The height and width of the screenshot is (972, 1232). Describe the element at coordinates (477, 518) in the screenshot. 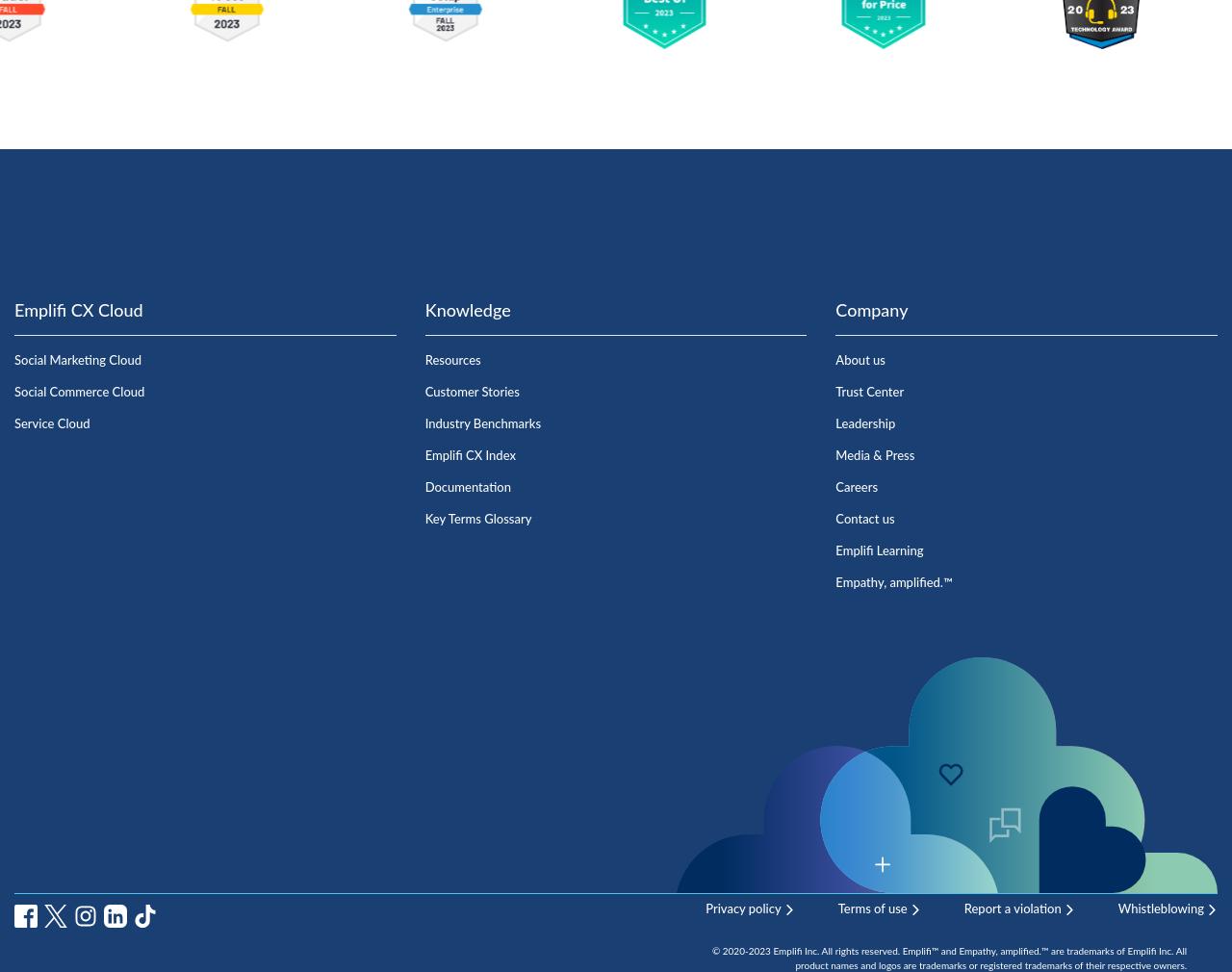

I see `'Key Terms Glossary'` at that location.